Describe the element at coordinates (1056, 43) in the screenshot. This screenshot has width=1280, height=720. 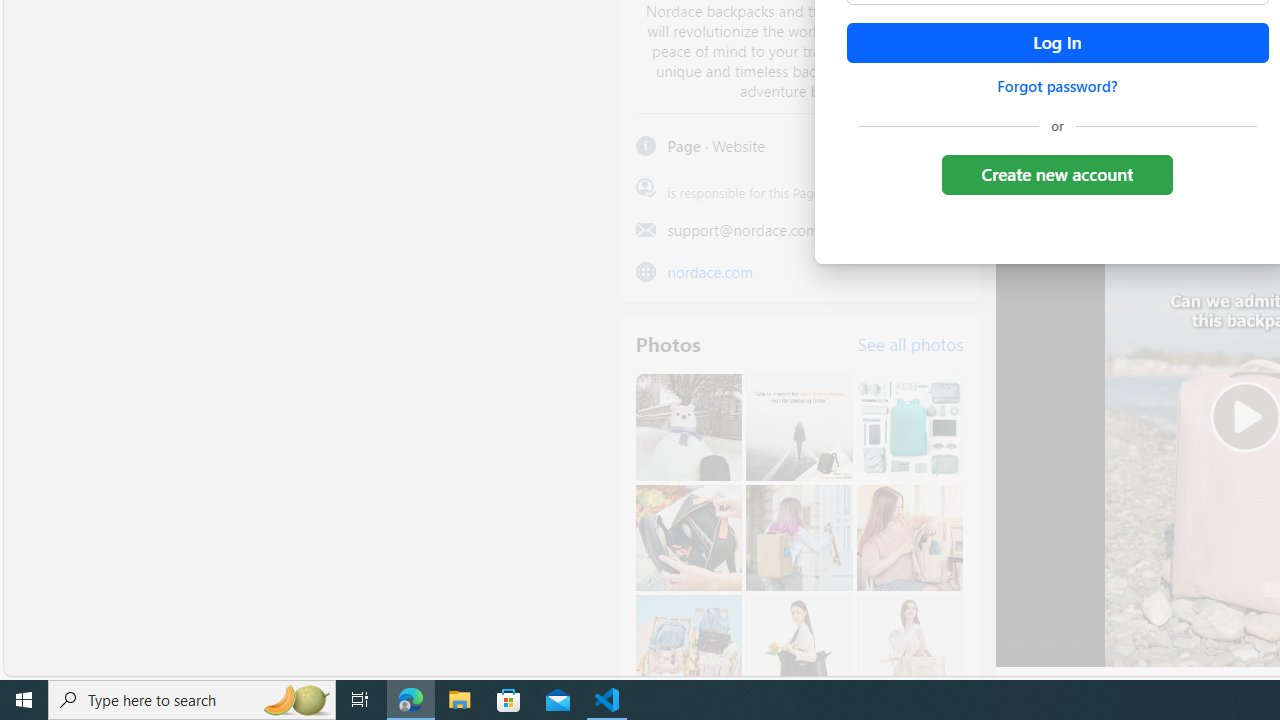
I see `'Accessible login button'` at that location.